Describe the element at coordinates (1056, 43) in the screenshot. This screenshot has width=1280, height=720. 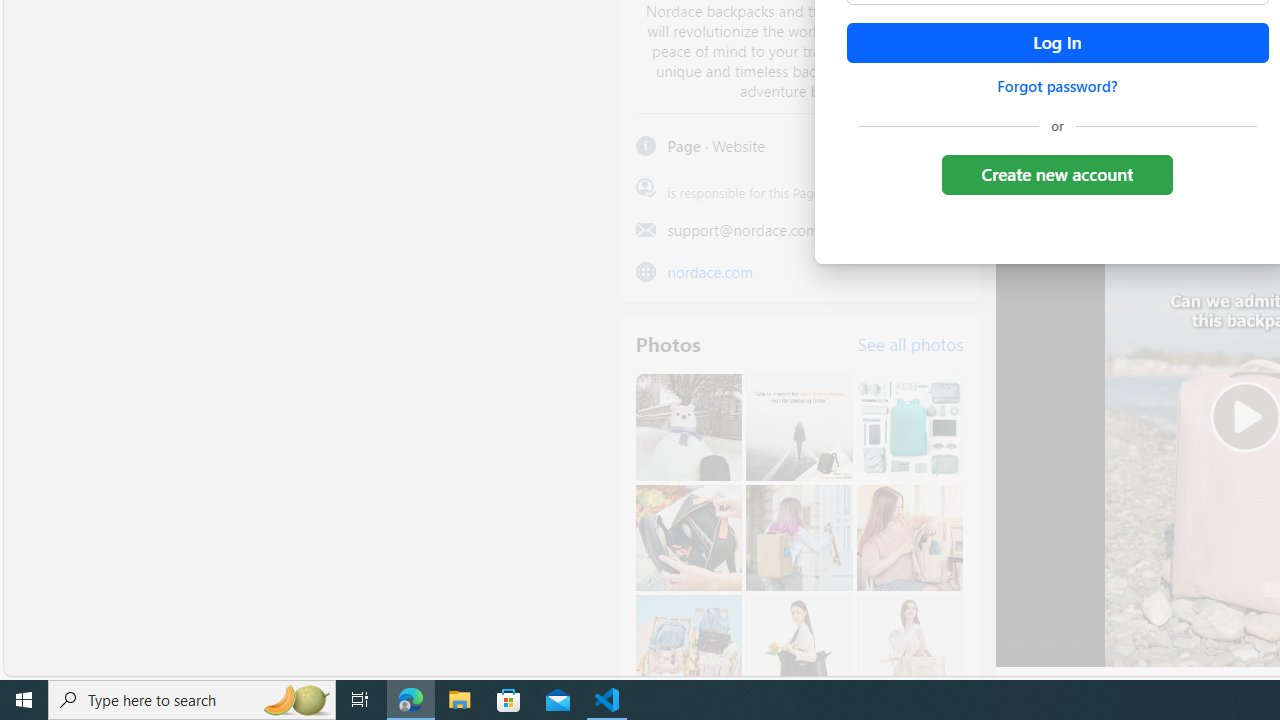
I see `'Accessible login button'` at that location.